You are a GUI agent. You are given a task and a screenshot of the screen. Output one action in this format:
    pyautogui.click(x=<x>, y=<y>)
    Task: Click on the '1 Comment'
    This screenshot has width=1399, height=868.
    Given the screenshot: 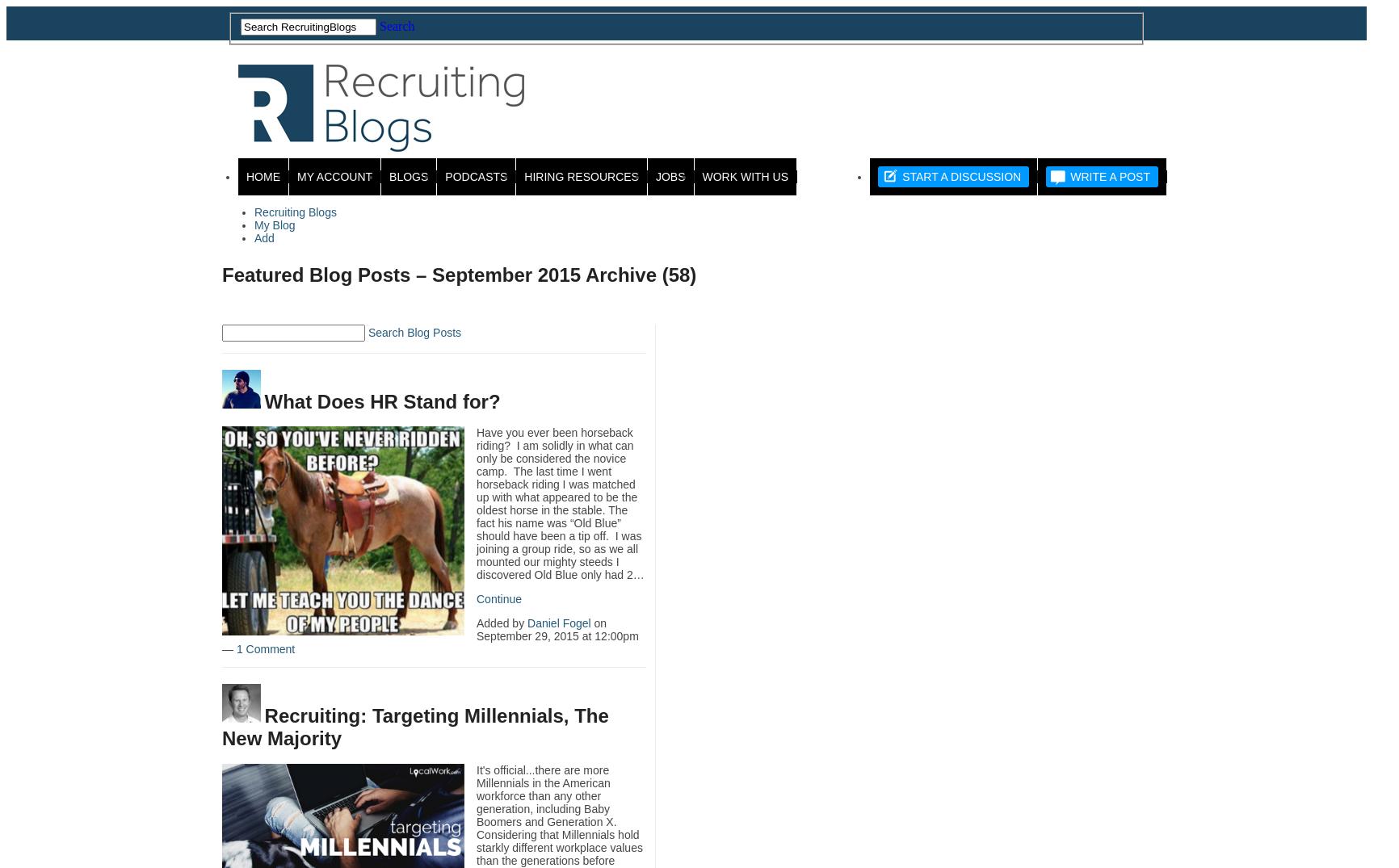 What is the action you would take?
    pyautogui.click(x=264, y=648)
    